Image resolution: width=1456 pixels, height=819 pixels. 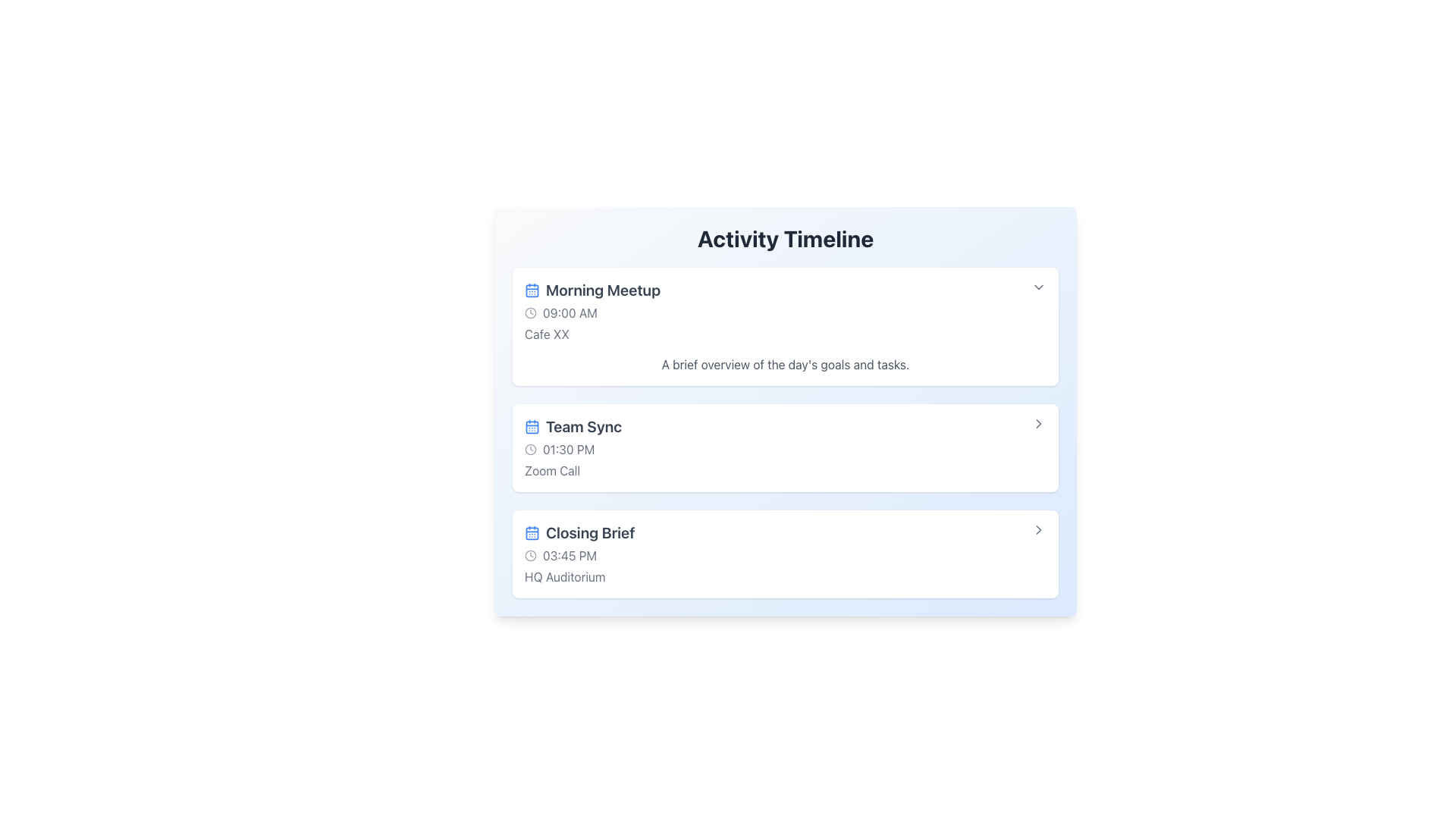 I want to click on the event entry labeled 'Morning Meetup' in the timeline, so click(x=591, y=311).